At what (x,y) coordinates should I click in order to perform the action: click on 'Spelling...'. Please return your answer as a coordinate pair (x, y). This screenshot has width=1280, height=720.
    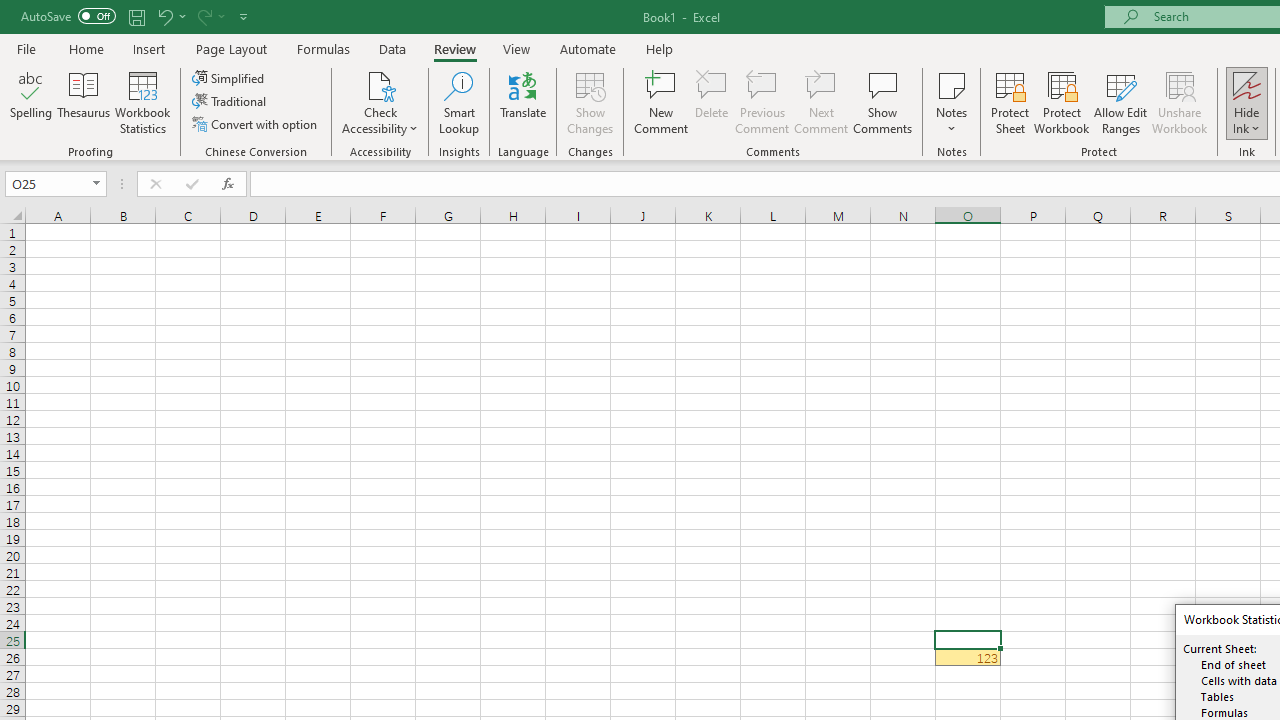
    Looking at the image, I should click on (31, 103).